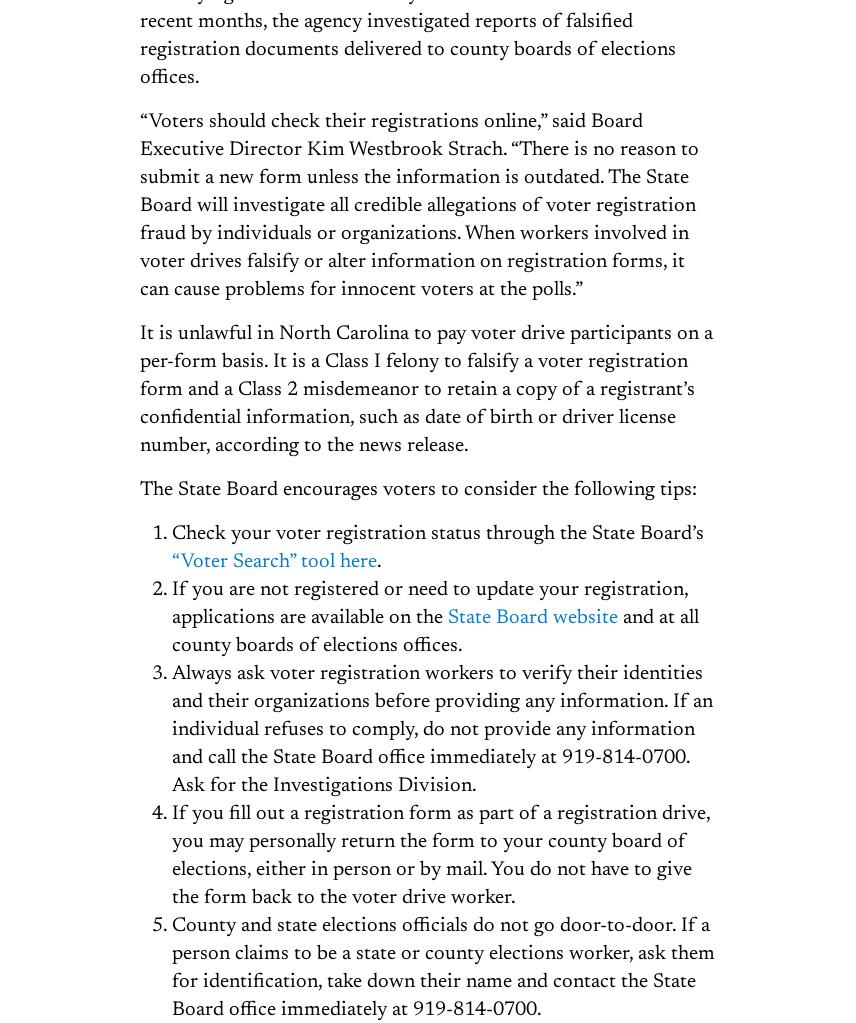  Describe the element at coordinates (623, 754) in the screenshot. I see `'Ethics Policy'` at that location.